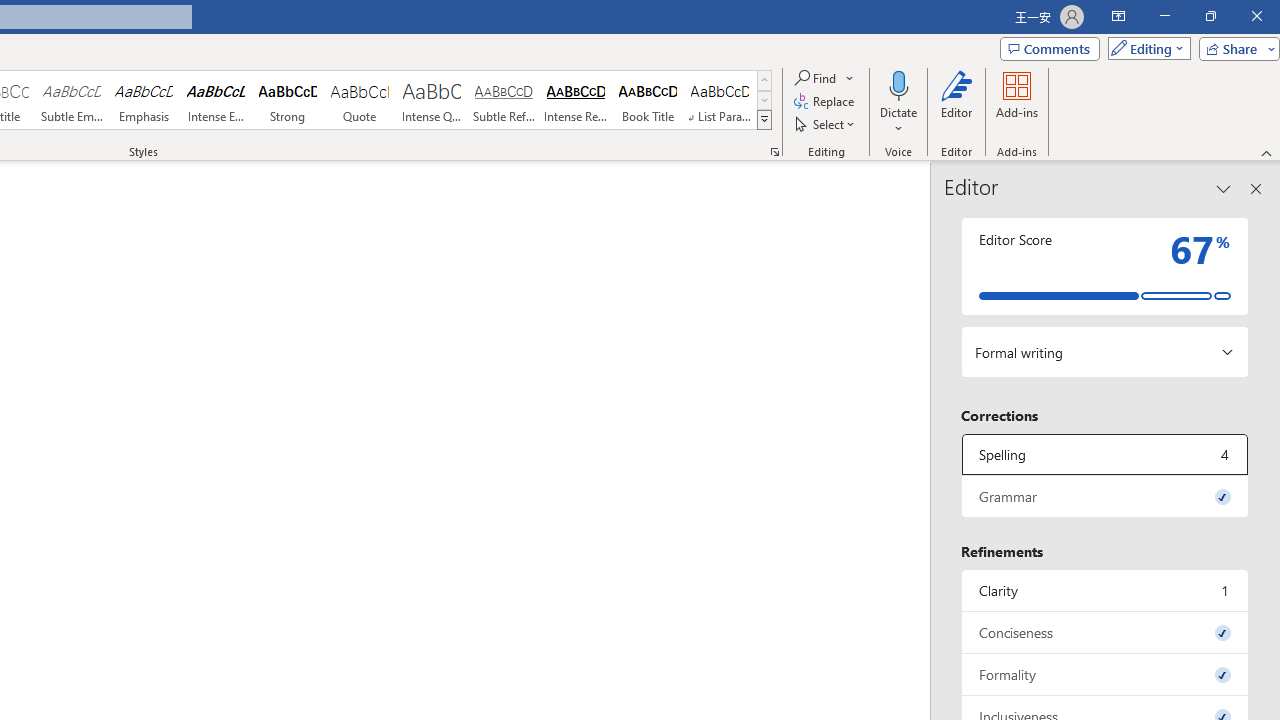 The image size is (1280, 720). I want to click on 'Book Title', so click(647, 100).